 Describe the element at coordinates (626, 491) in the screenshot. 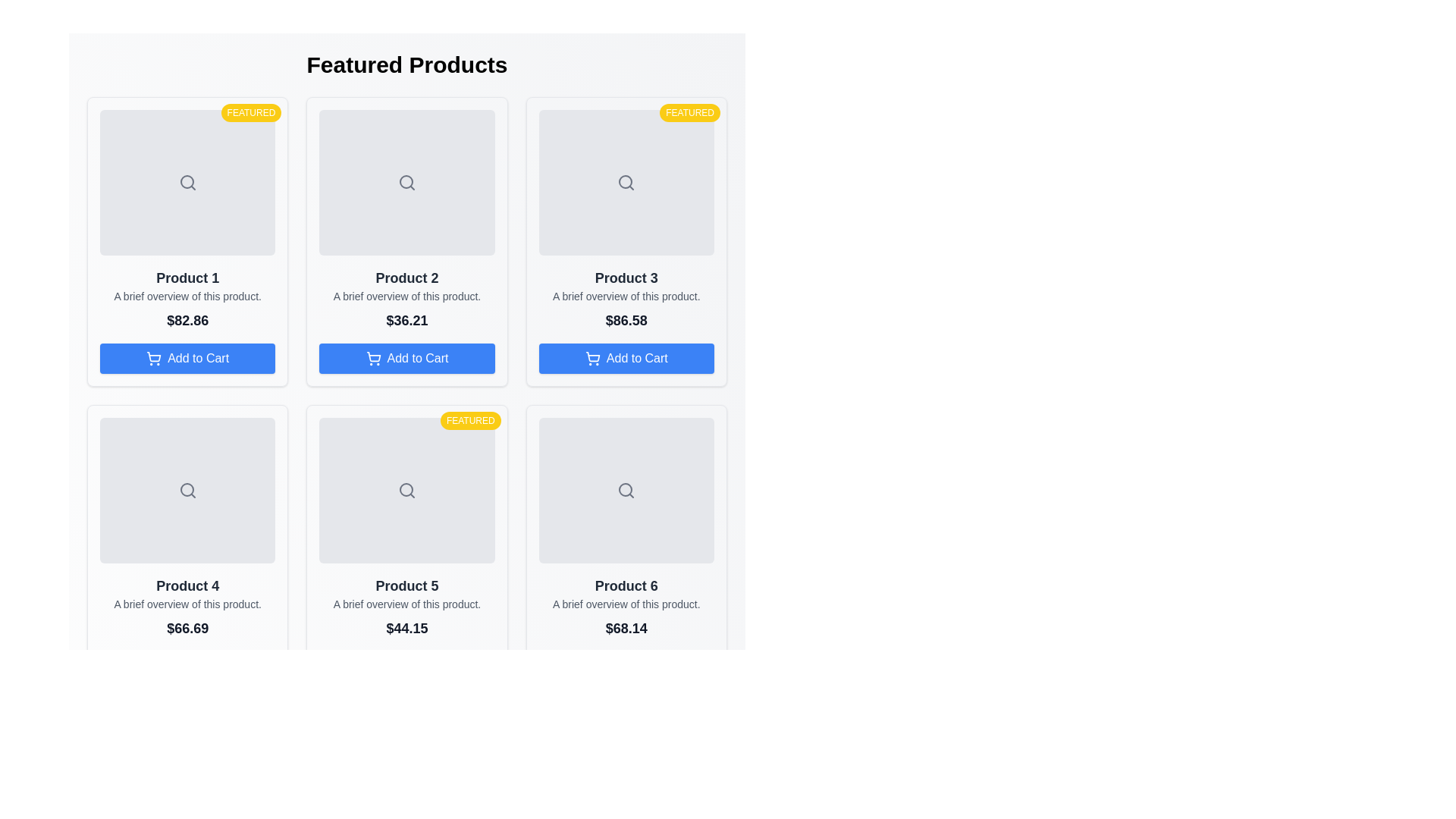

I see `the search or zoom icon located in the center of the gray square area of the sixth product card in the second row` at that location.